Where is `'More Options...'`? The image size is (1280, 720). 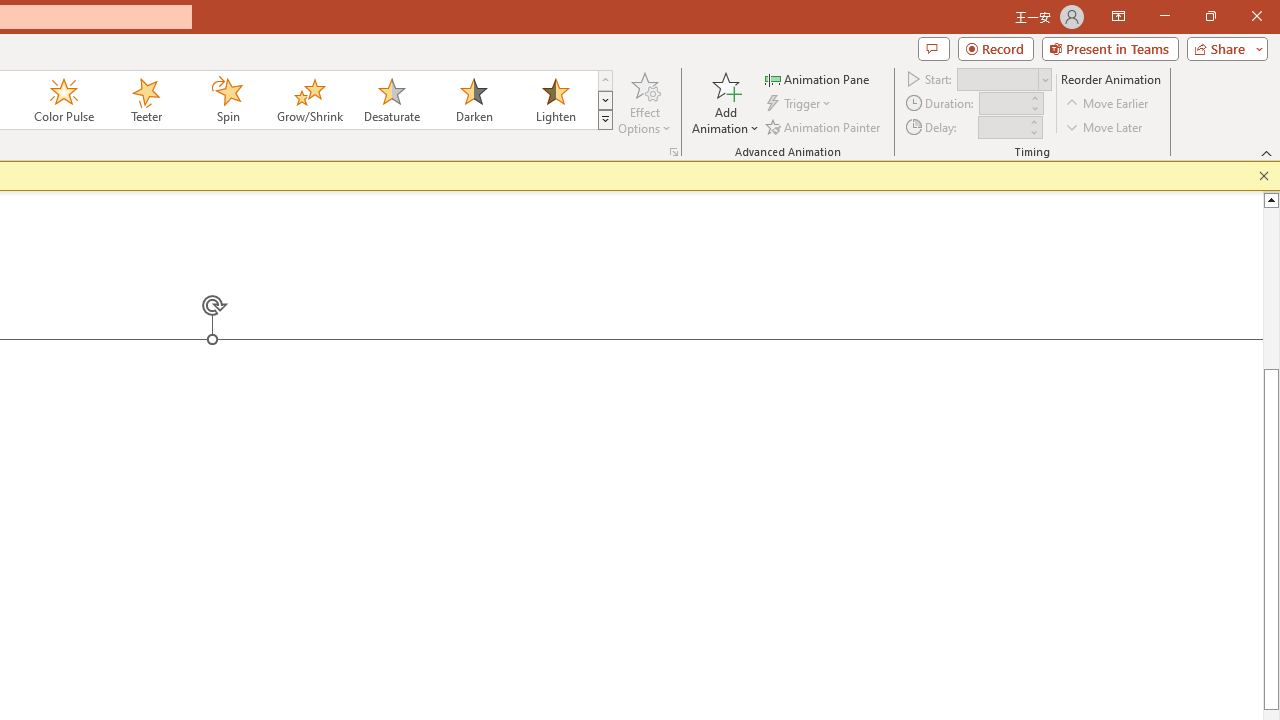
'More Options...' is located at coordinates (673, 150).